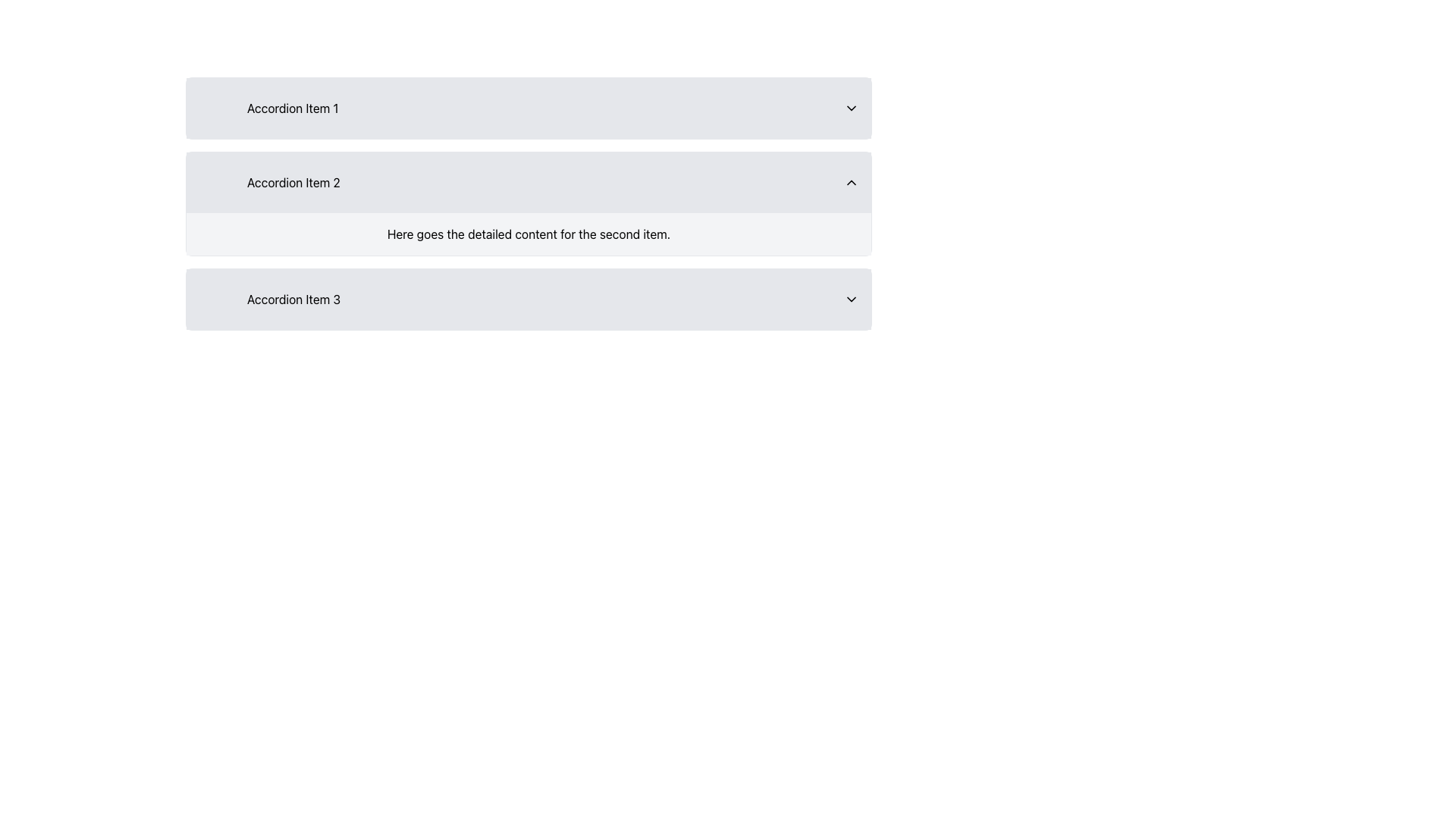 Image resolution: width=1456 pixels, height=819 pixels. Describe the element at coordinates (852, 181) in the screenshot. I see `the icon button located in the header of 'Accordion Item 2'` at that location.